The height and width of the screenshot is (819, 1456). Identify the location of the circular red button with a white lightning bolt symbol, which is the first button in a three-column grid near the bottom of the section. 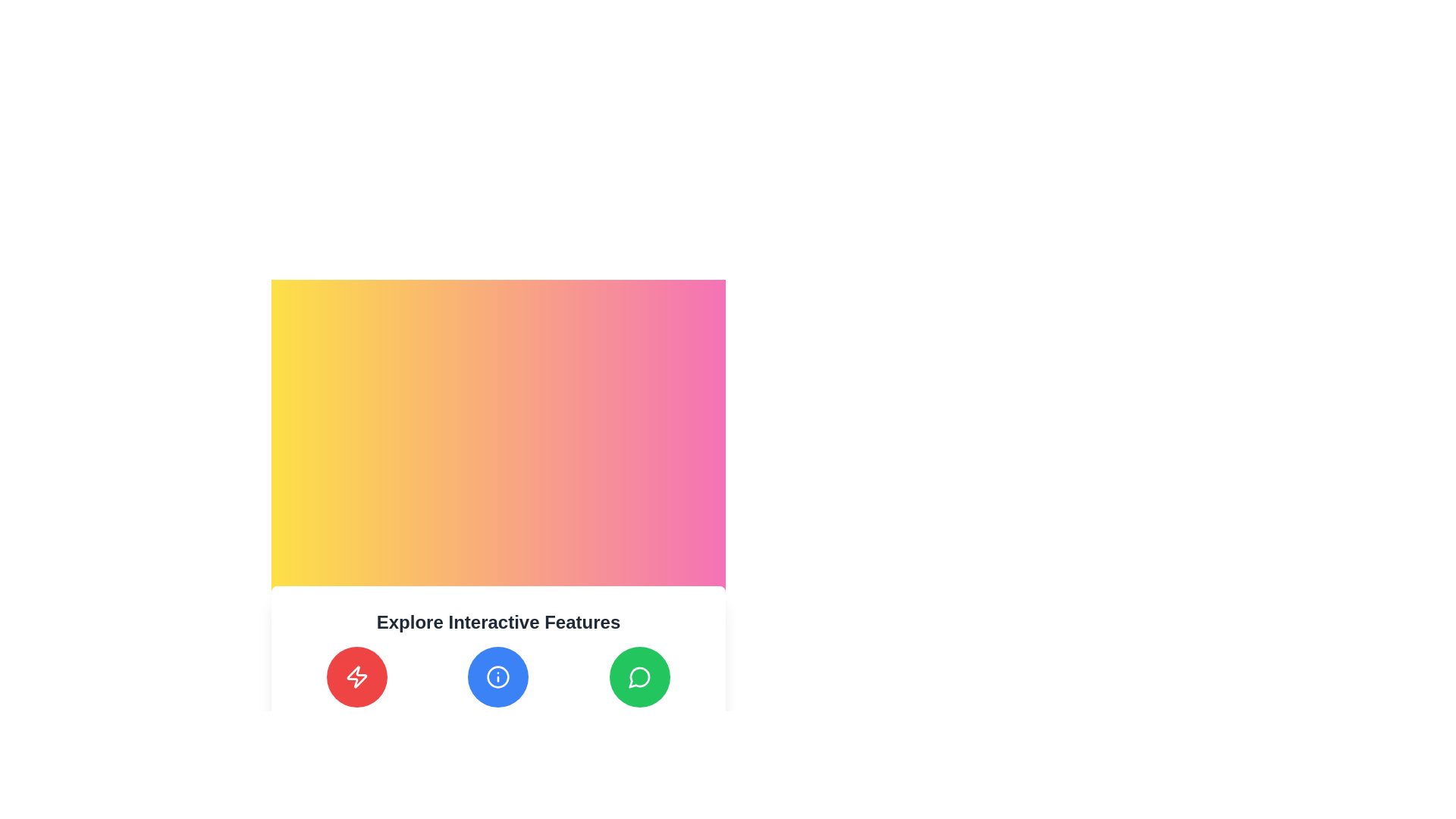
(356, 676).